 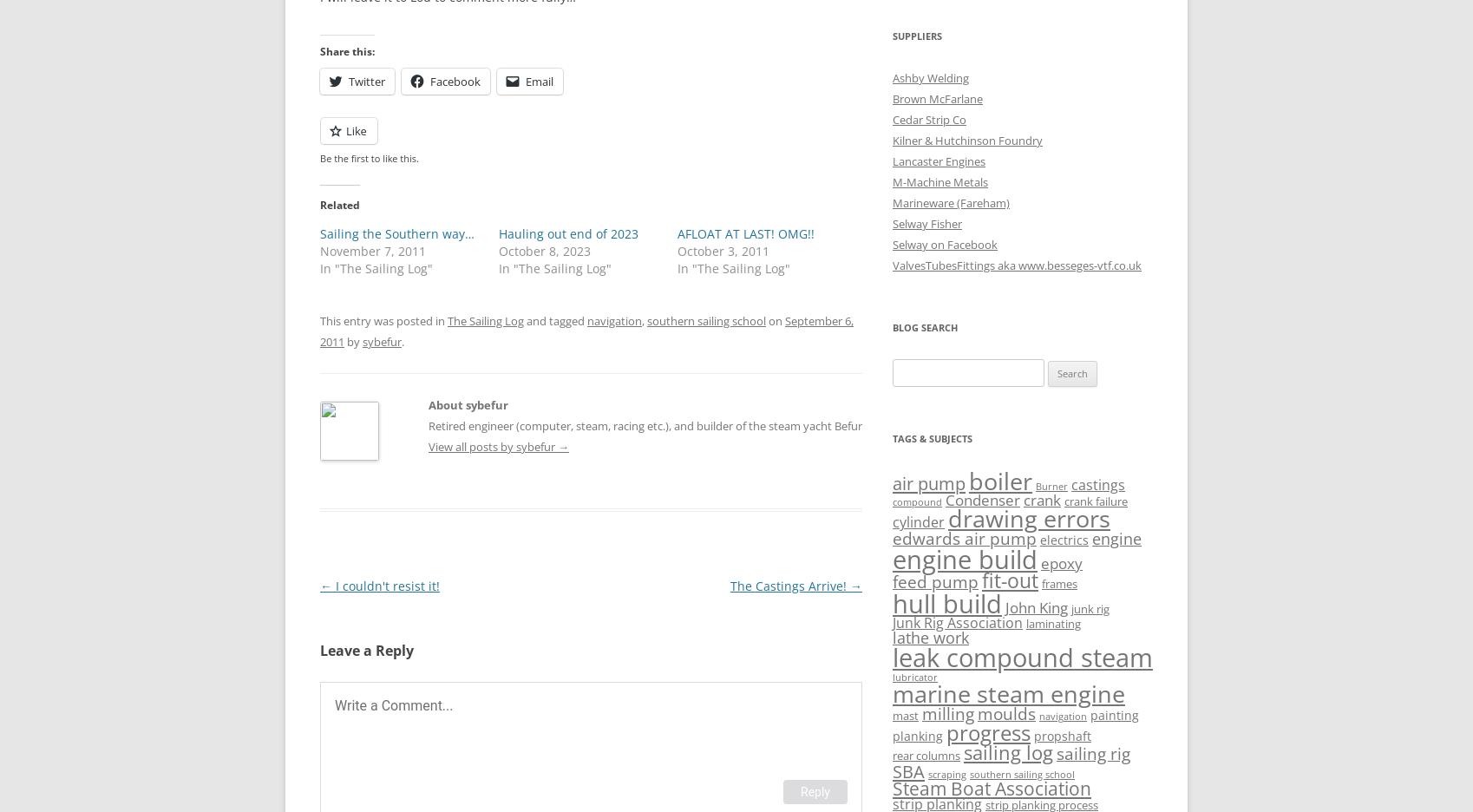 What do you see at coordinates (383, 321) in the screenshot?
I see `'This entry was posted in'` at bounding box center [383, 321].